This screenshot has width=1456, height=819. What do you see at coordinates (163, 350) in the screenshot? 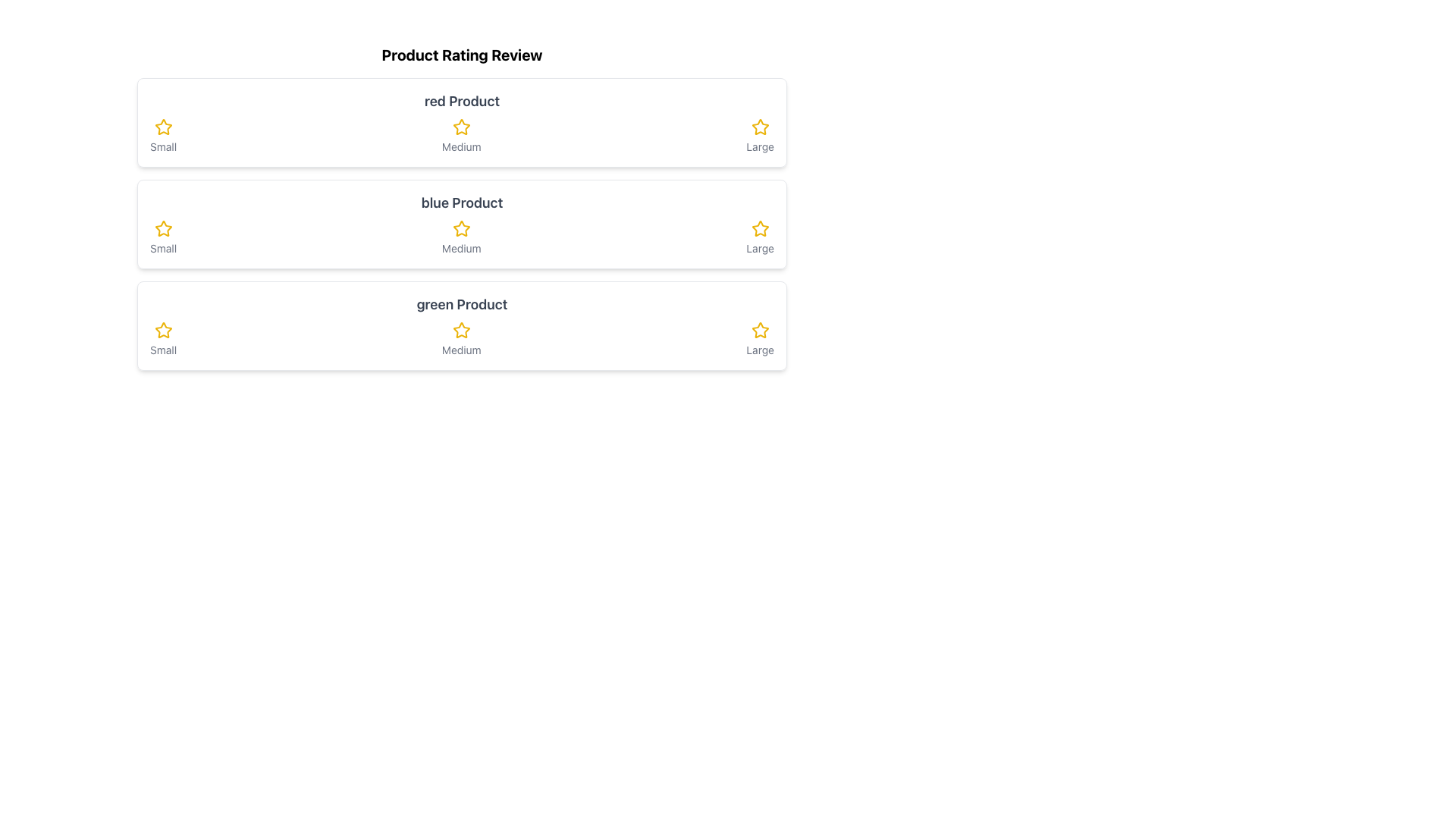
I see `the 'Small' size rating text label for the 'green Product' review, which is the third 'Small' label positioned below the yellow star icon and to the left of the 'Medium' and 'Large' options` at bounding box center [163, 350].